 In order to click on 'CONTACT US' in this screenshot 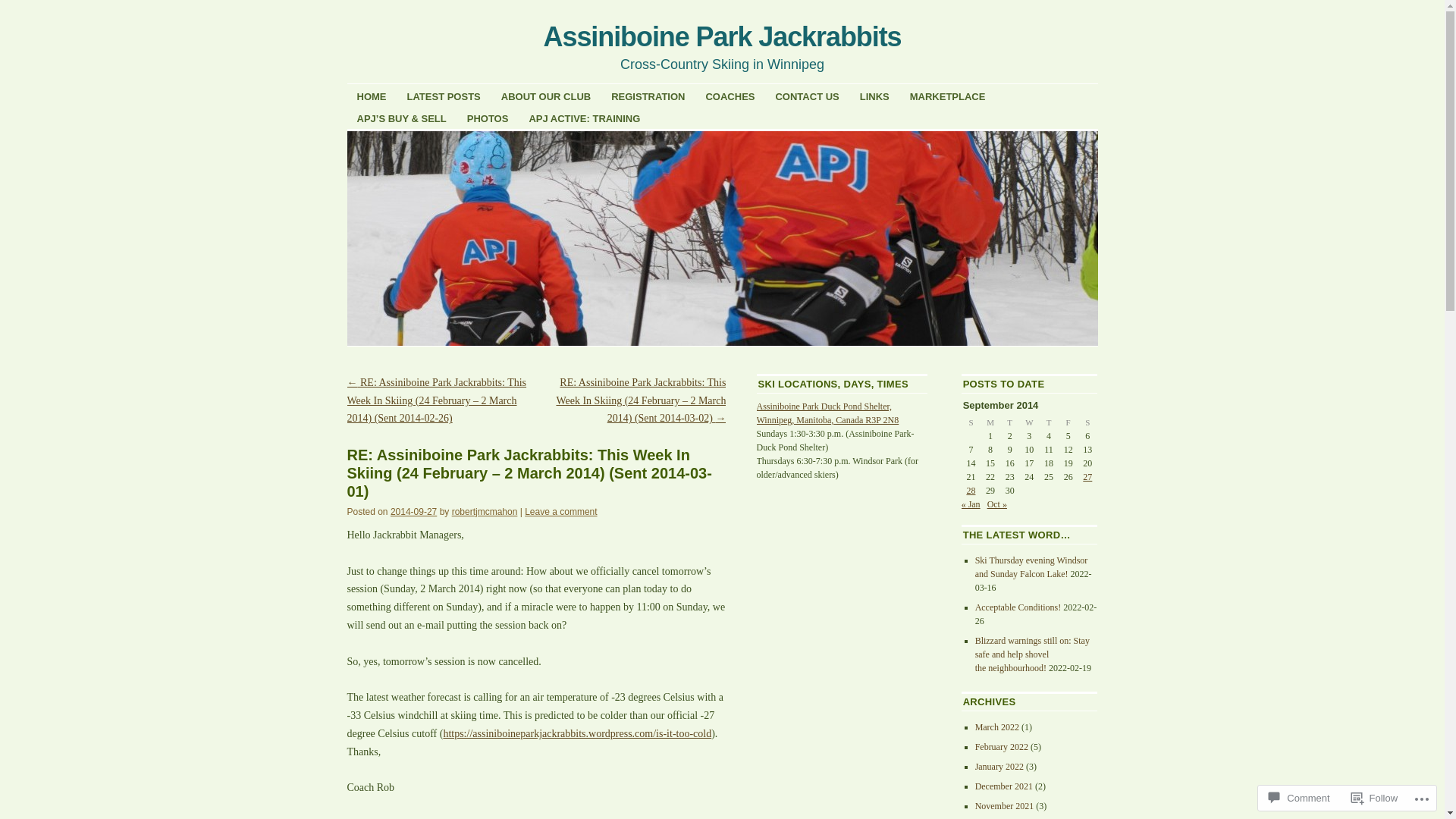, I will do `click(806, 96)`.